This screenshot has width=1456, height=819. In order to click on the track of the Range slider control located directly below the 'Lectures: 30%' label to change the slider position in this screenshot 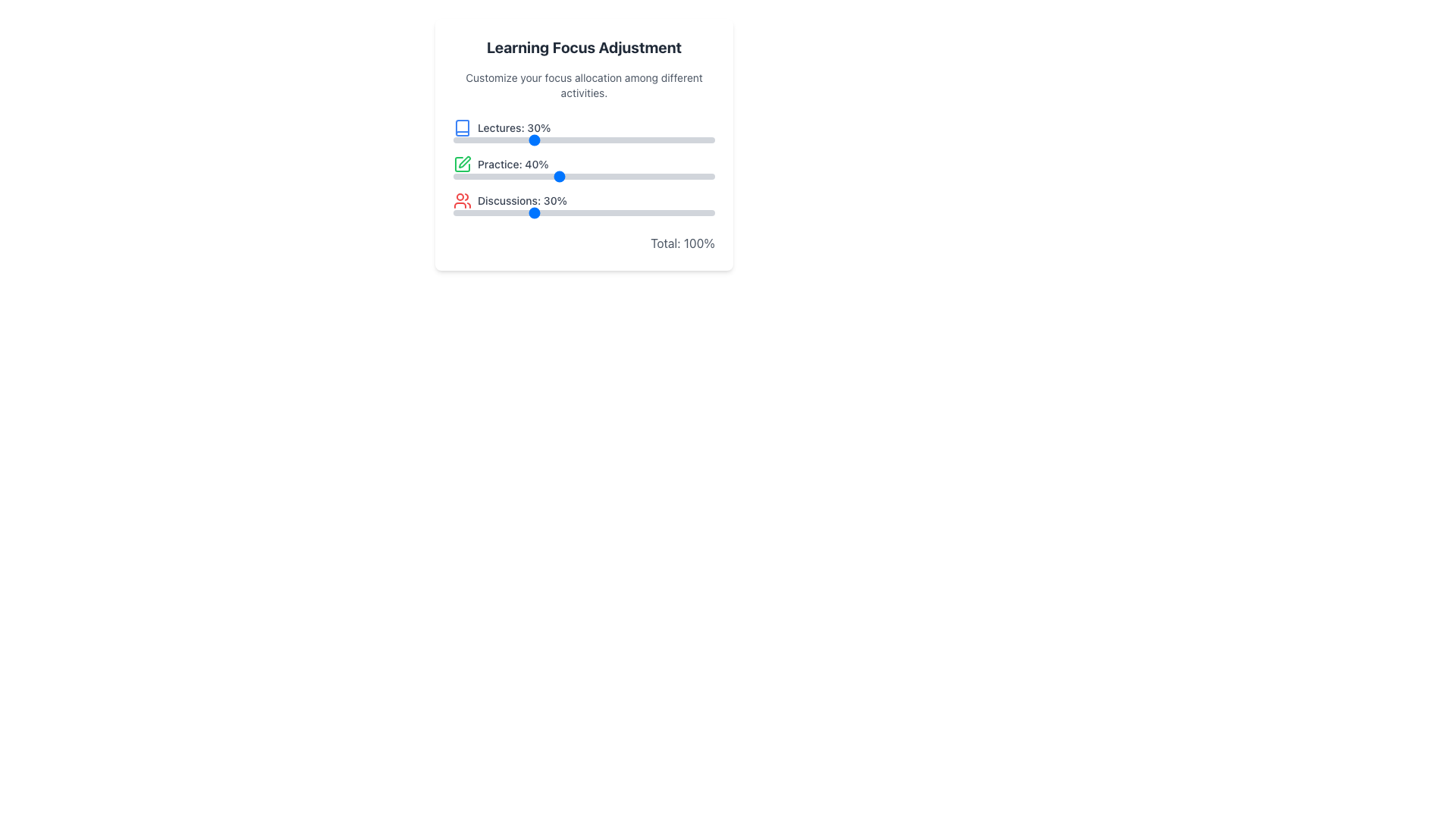, I will do `click(583, 140)`.